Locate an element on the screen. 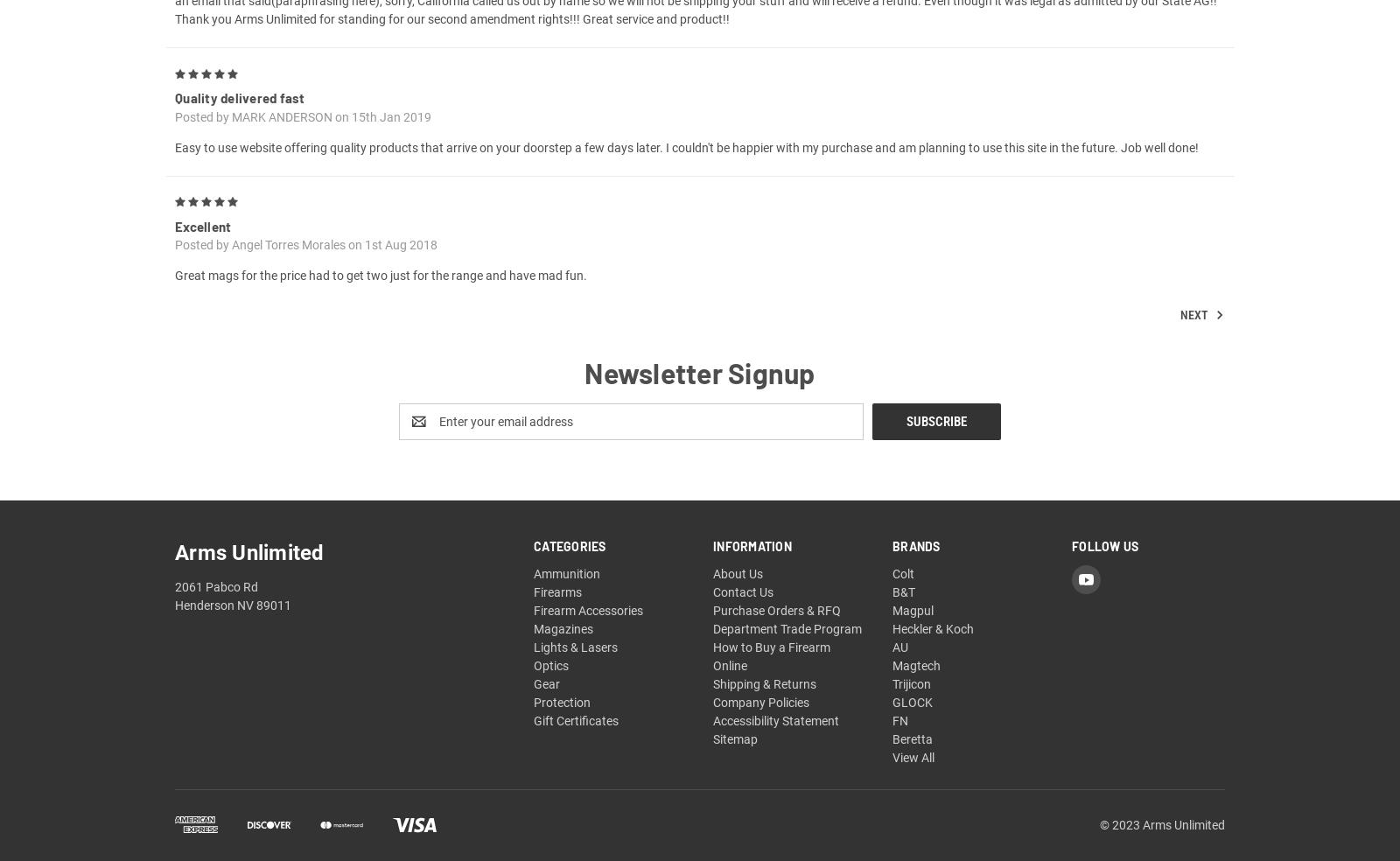  'Magazines' is located at coordinates (563, 648).